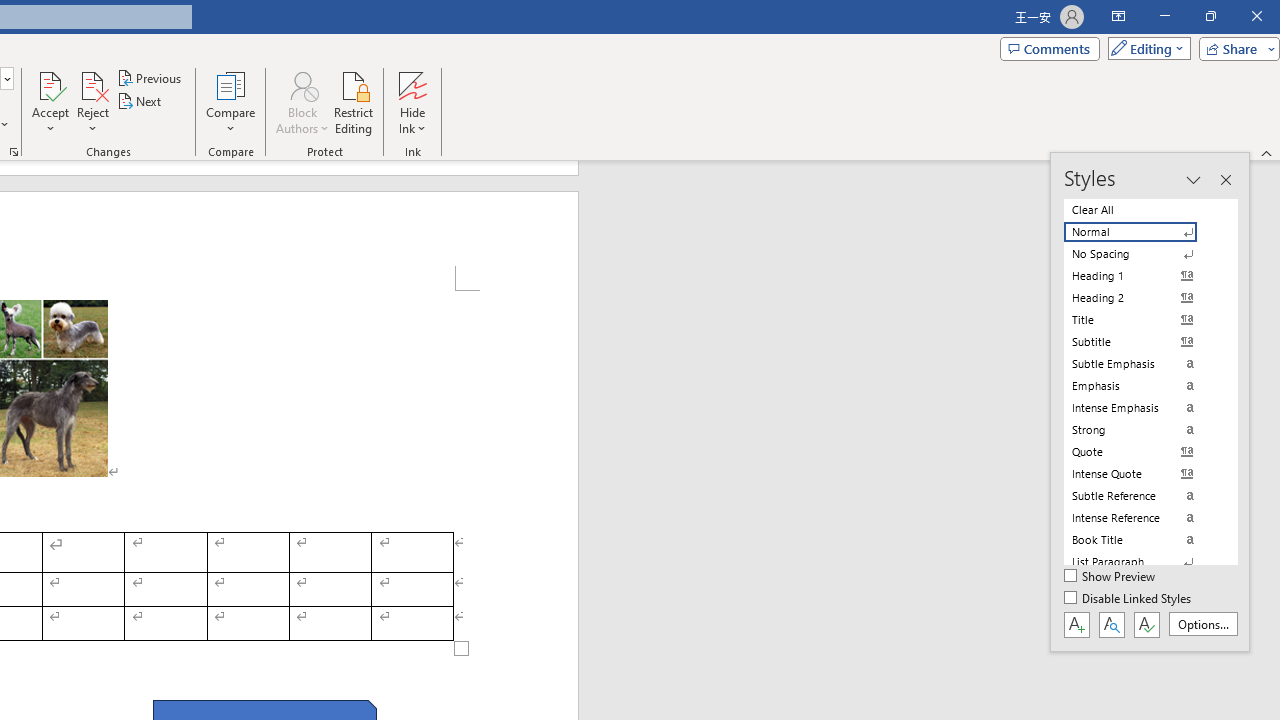  I want to click on 'Collapse the Ribbon', so click(1266, 152).